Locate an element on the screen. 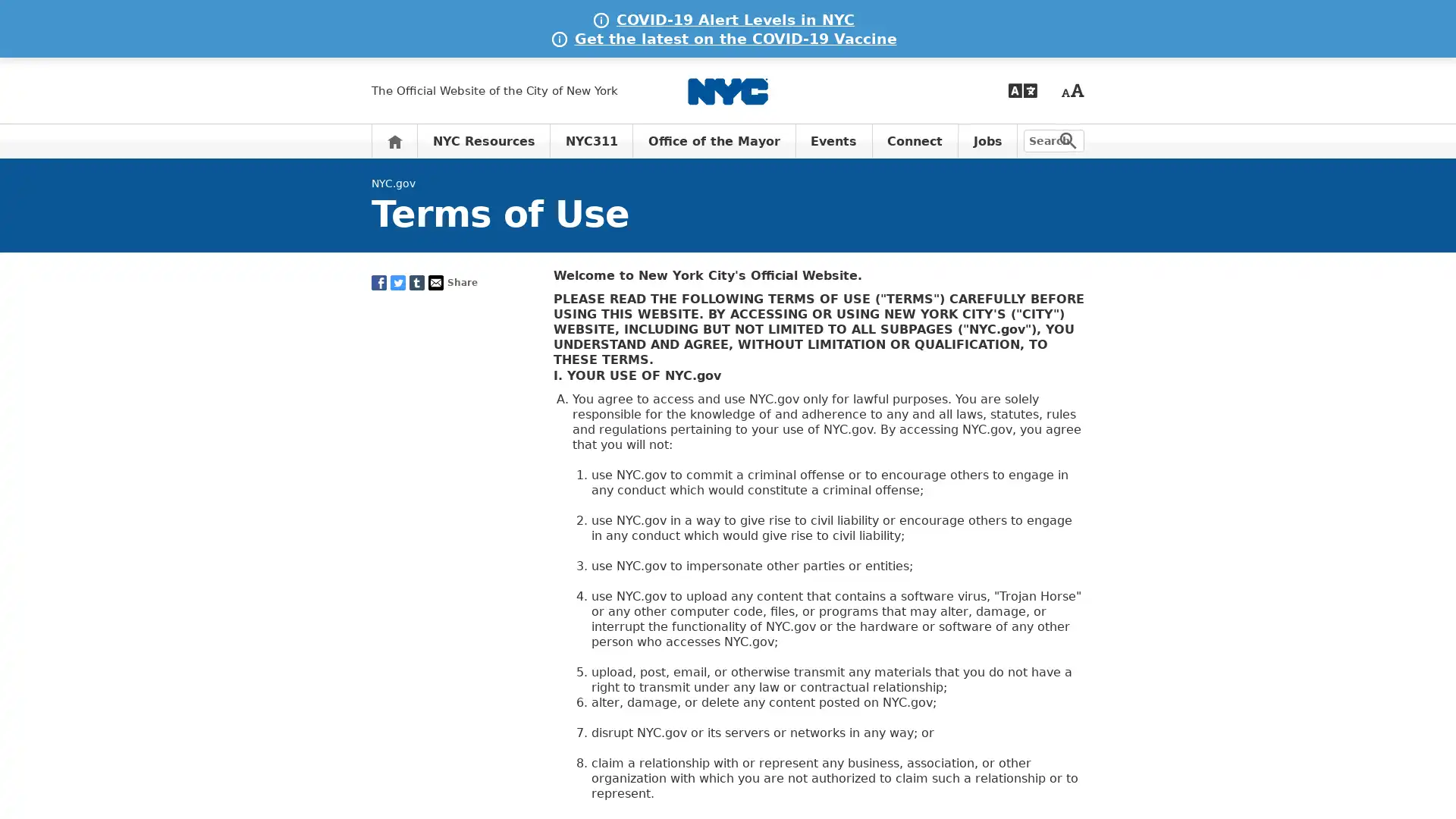 The image size is (1456, 819). Search is located at coordinates (1068, 140).